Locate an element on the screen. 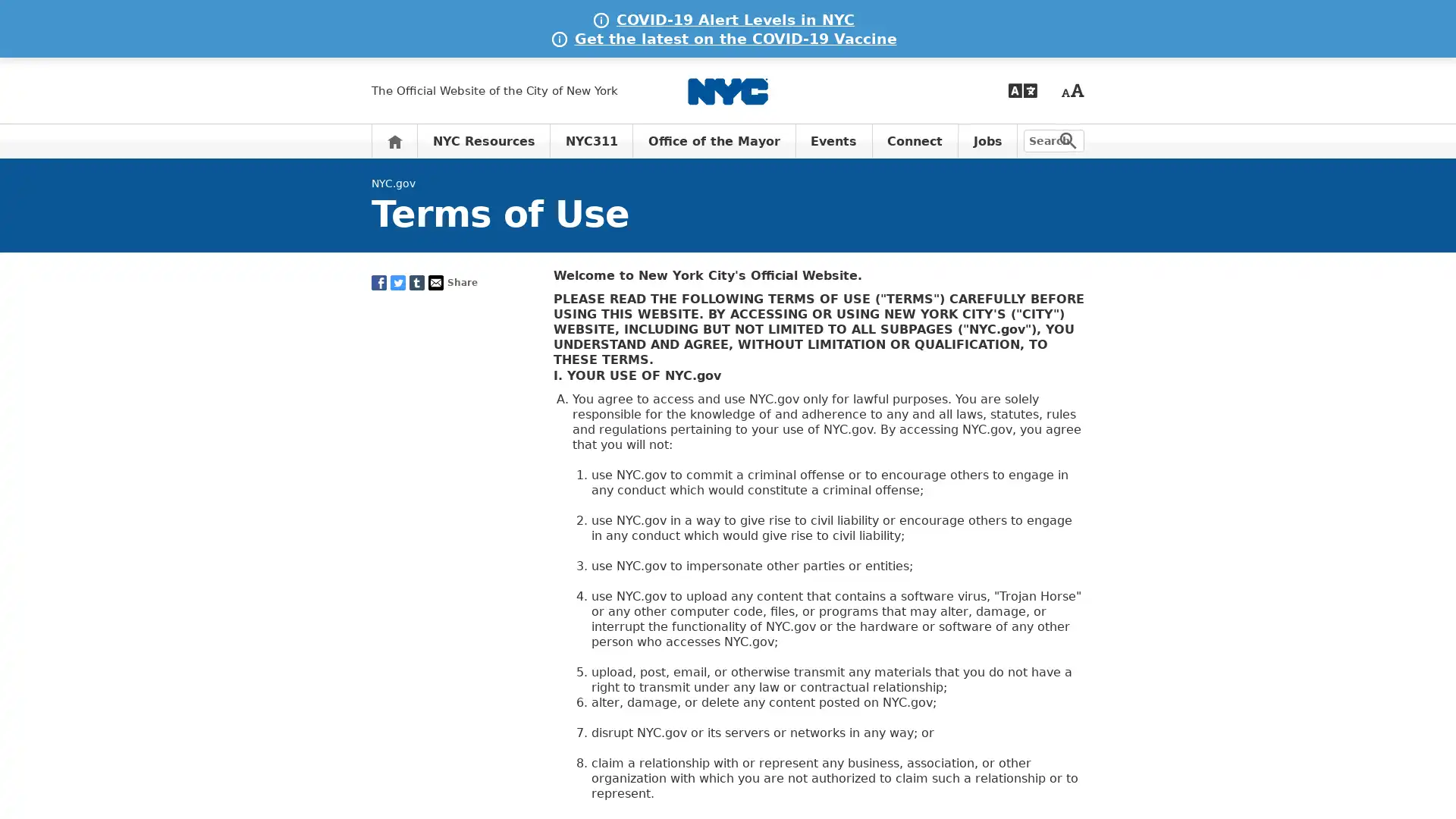 The image size is (1456, 819). Search is located at coordinates (1068, 140).